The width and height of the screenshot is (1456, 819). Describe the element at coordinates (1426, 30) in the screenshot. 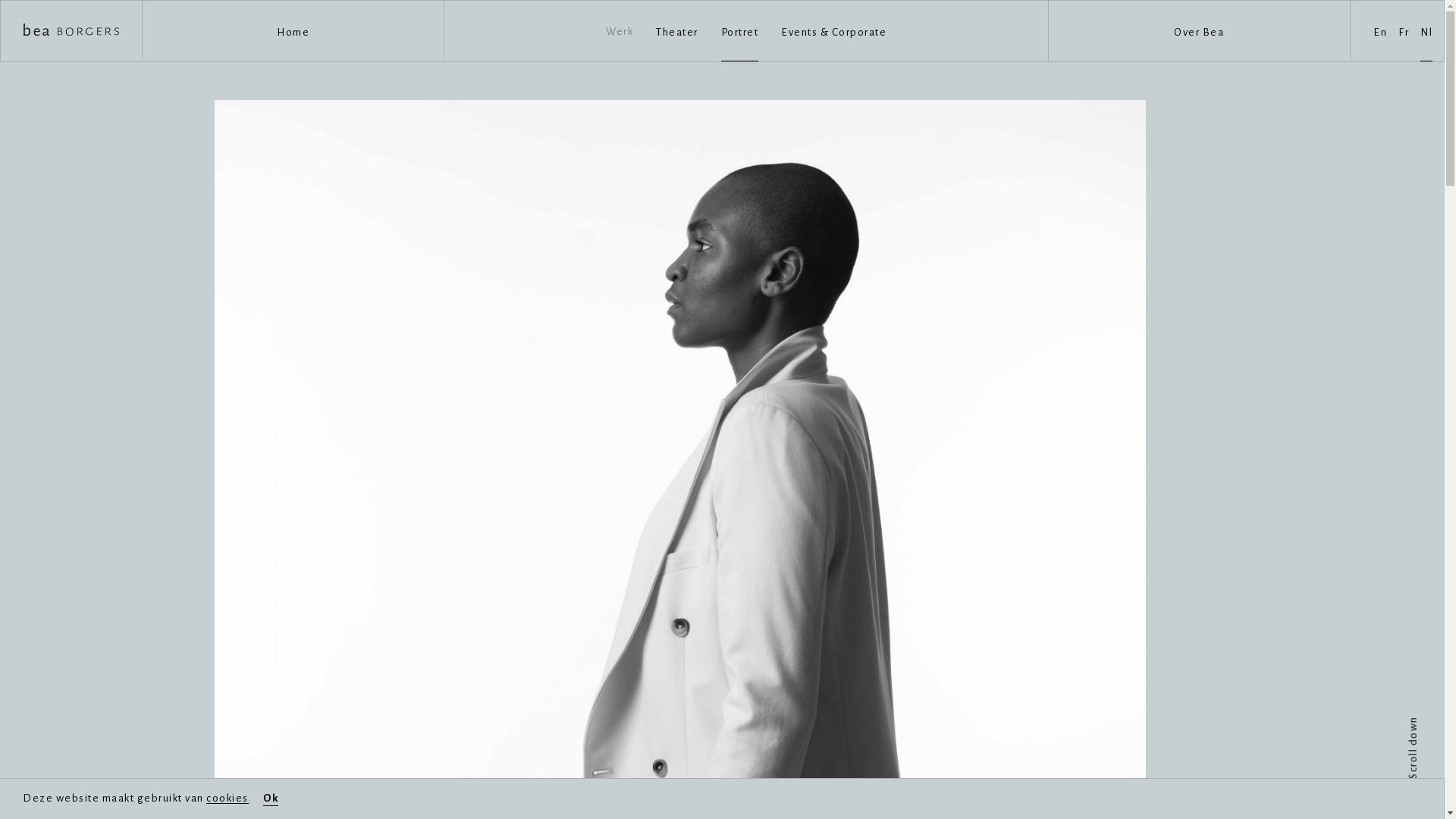

I see `'Nl'` at that location.